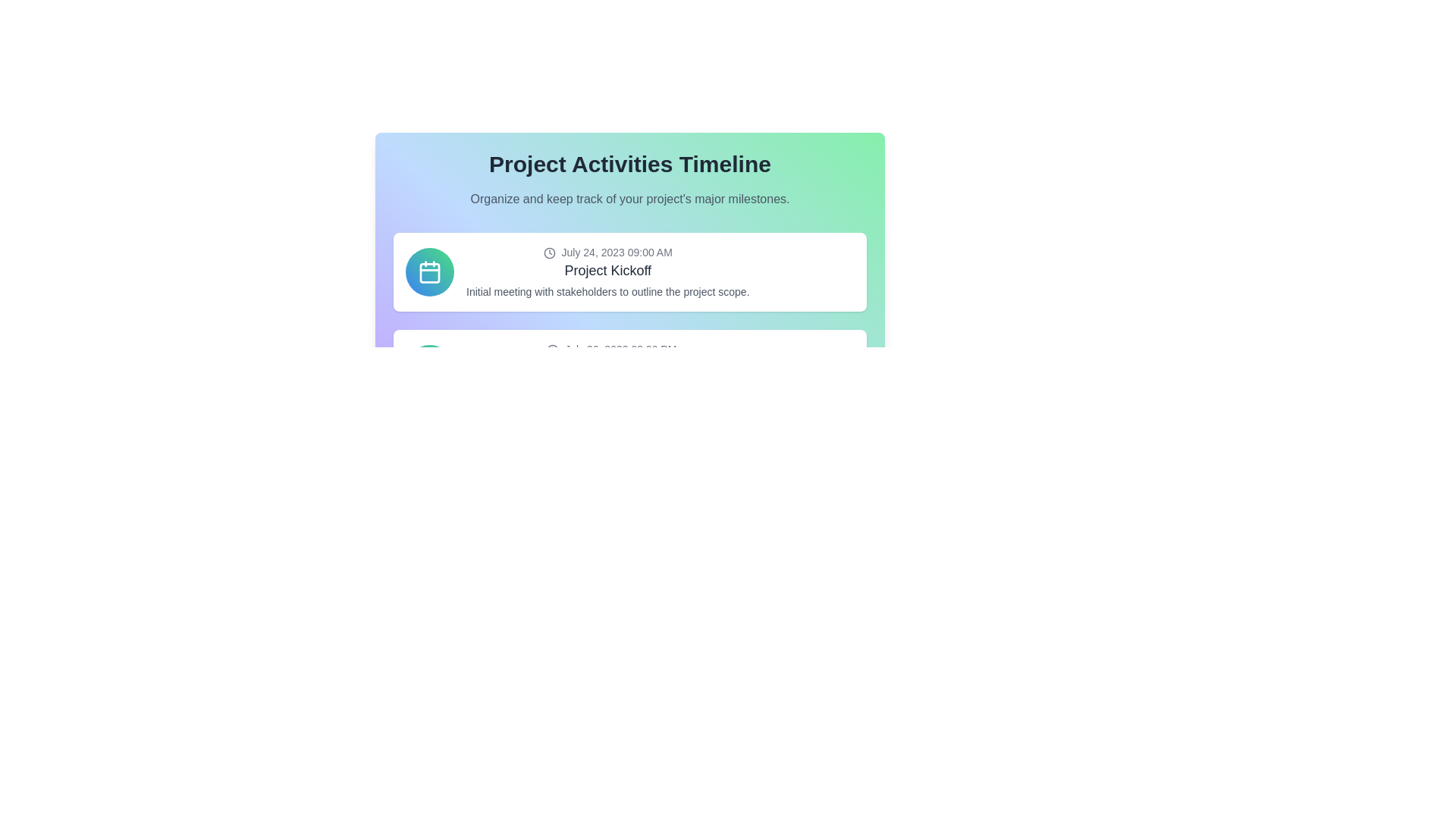  I want to click on information contained in the second Card component in the vertical list, which displays the event 'Design Review' with its details, so click(629, 369).